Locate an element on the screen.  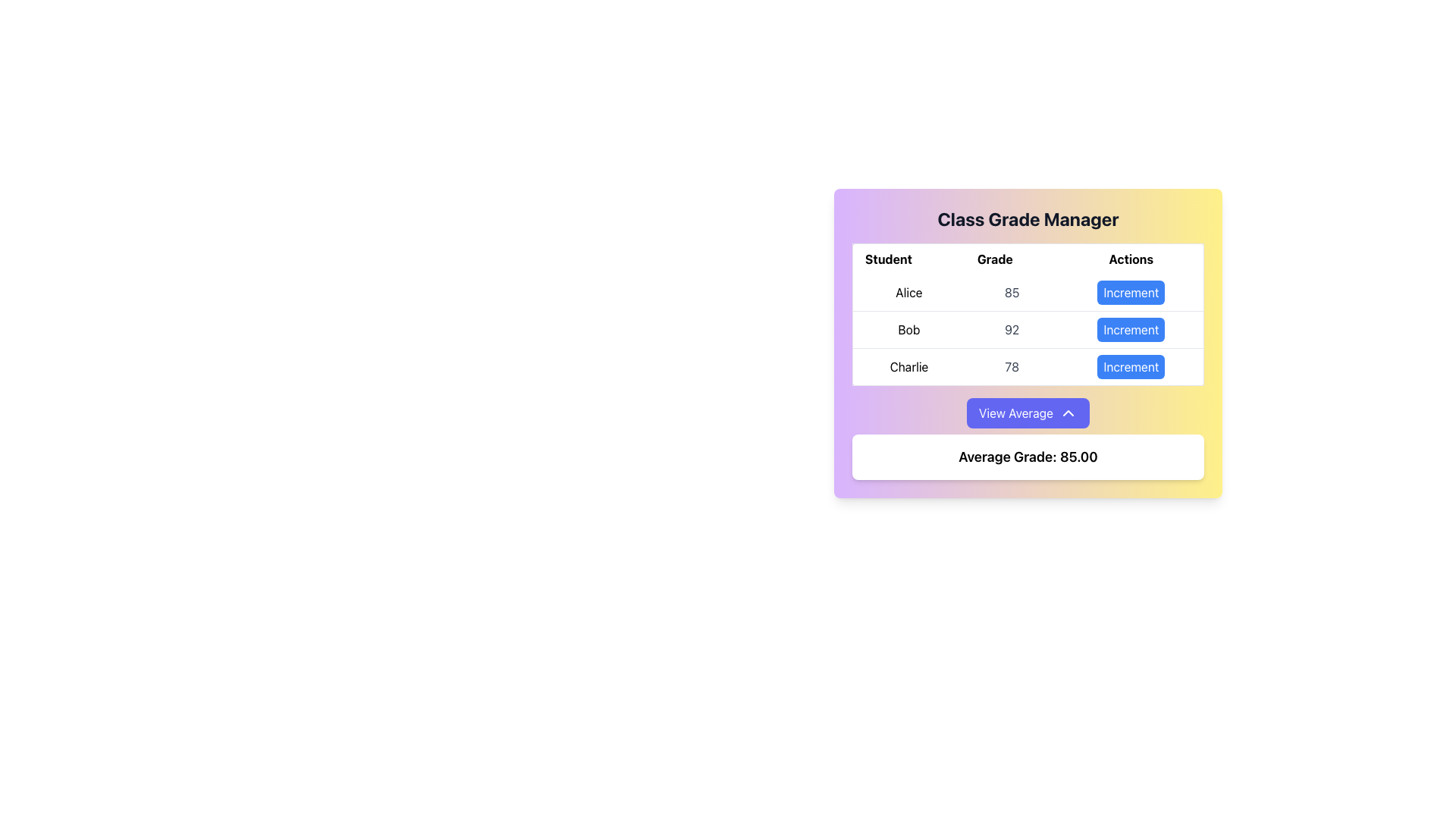
the Text Label that displays the calculated average grade for the listed items in the 'Class Grade Manager' interface, located below the 'View Average' button is located at coordinates (1028, 456).